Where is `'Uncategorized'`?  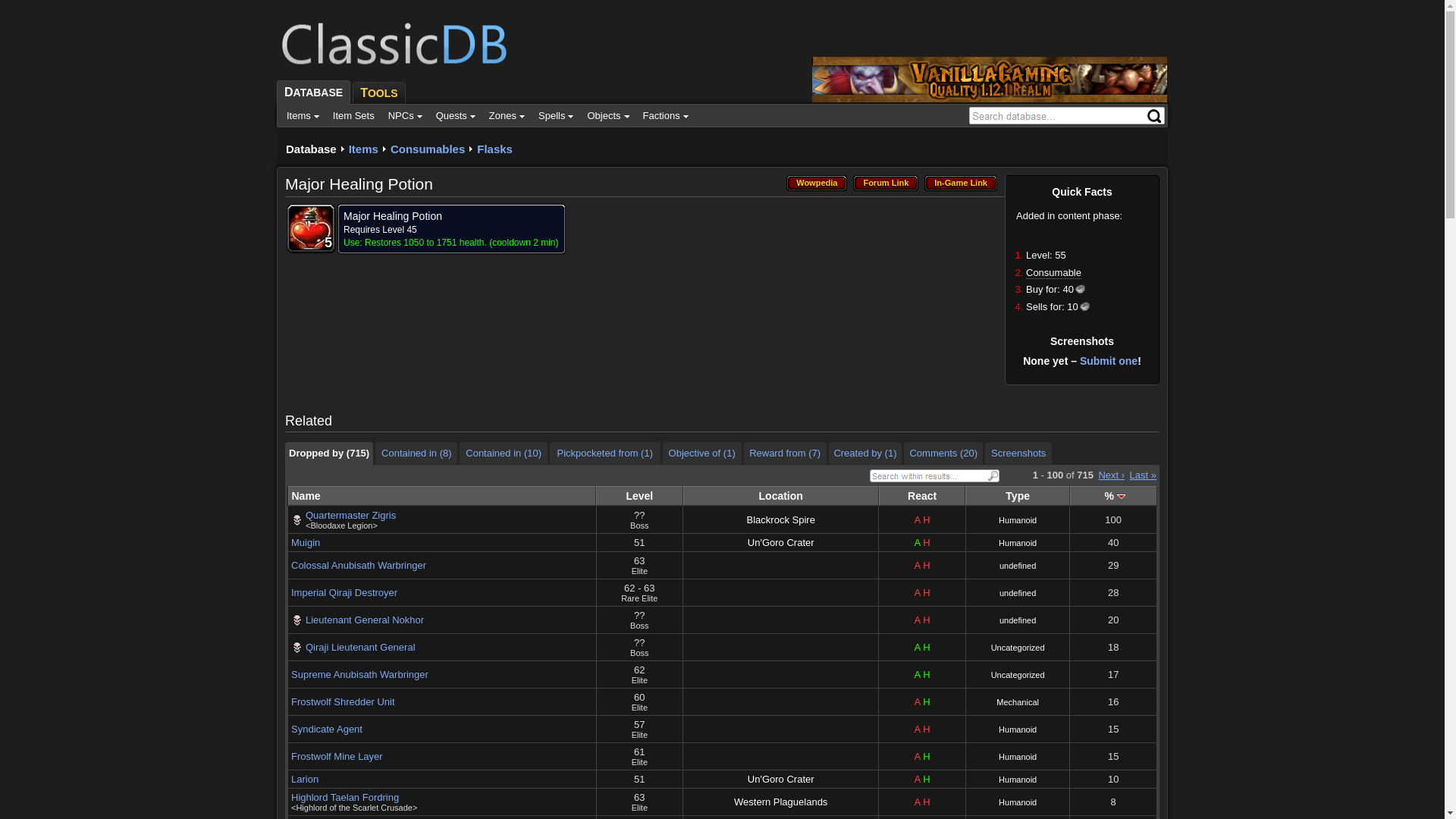
'Uncategorized' is located at coordinates (1018, 674).